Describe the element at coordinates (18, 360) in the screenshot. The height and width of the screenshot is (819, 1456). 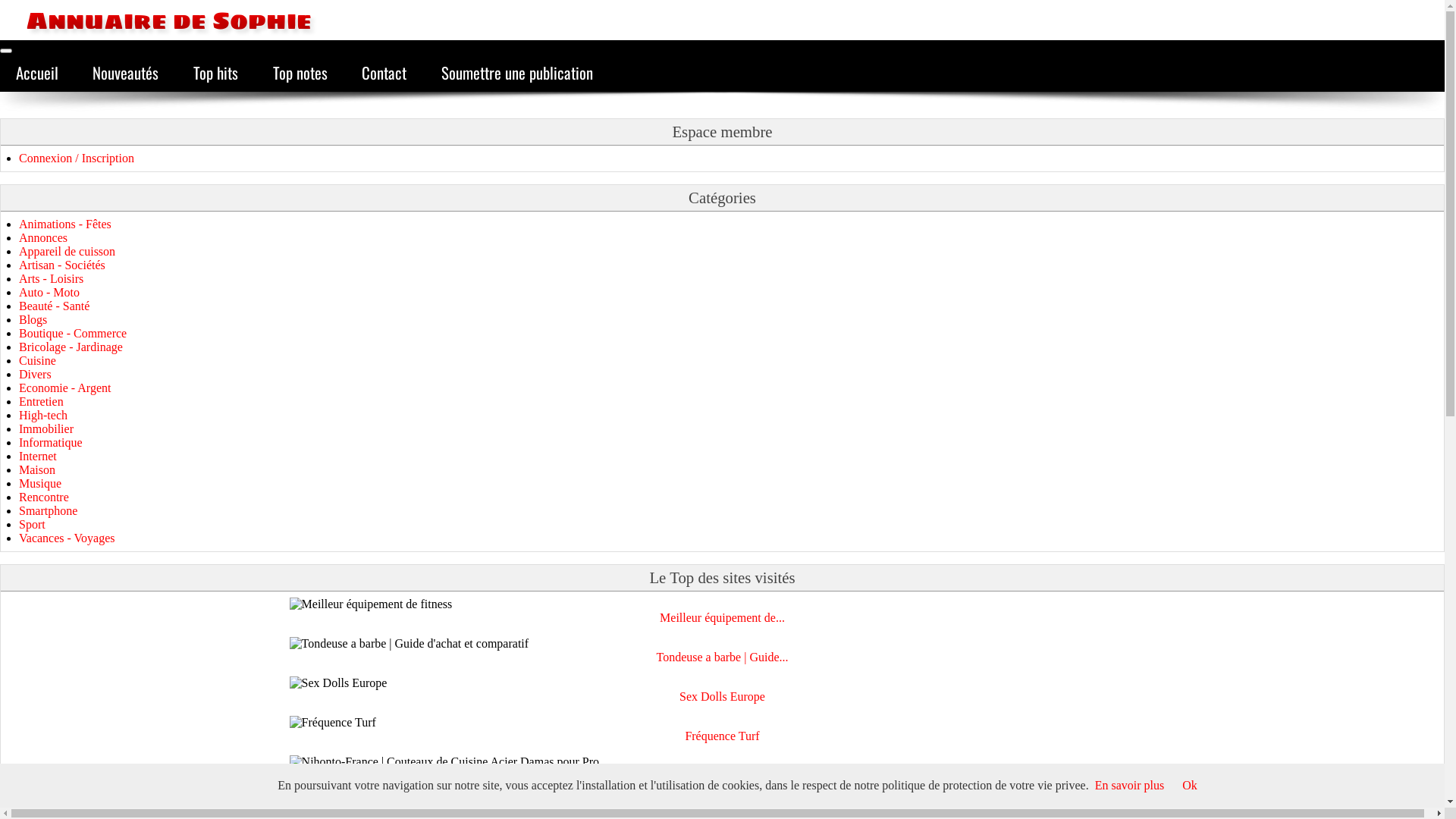
I see `'Cuisine'` at that location.